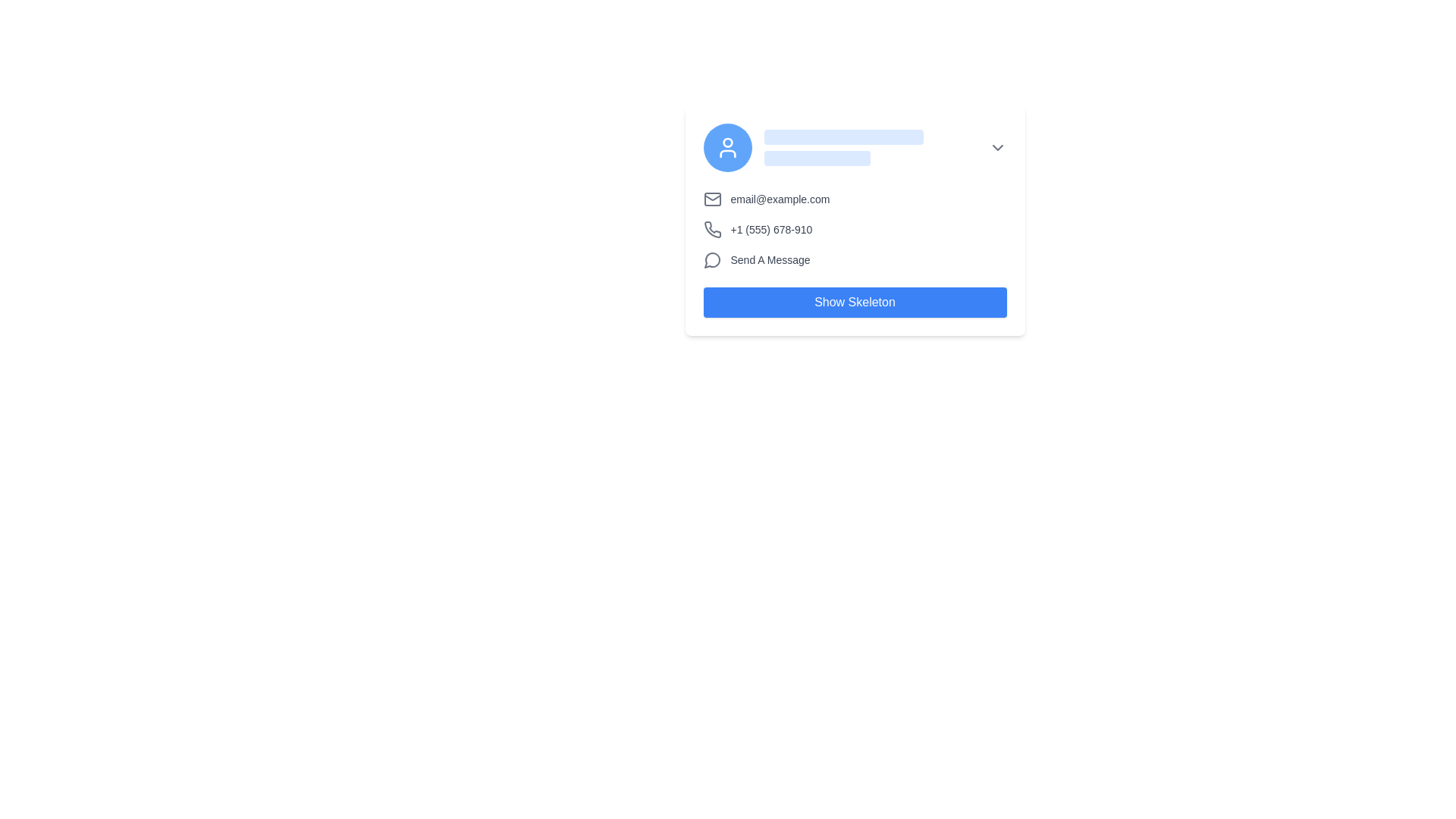 This screenshot has width=1456, height=819. I want to click on properties of the envelope icon component located to the left of the email address 'email@example.com', so click(711, 198).